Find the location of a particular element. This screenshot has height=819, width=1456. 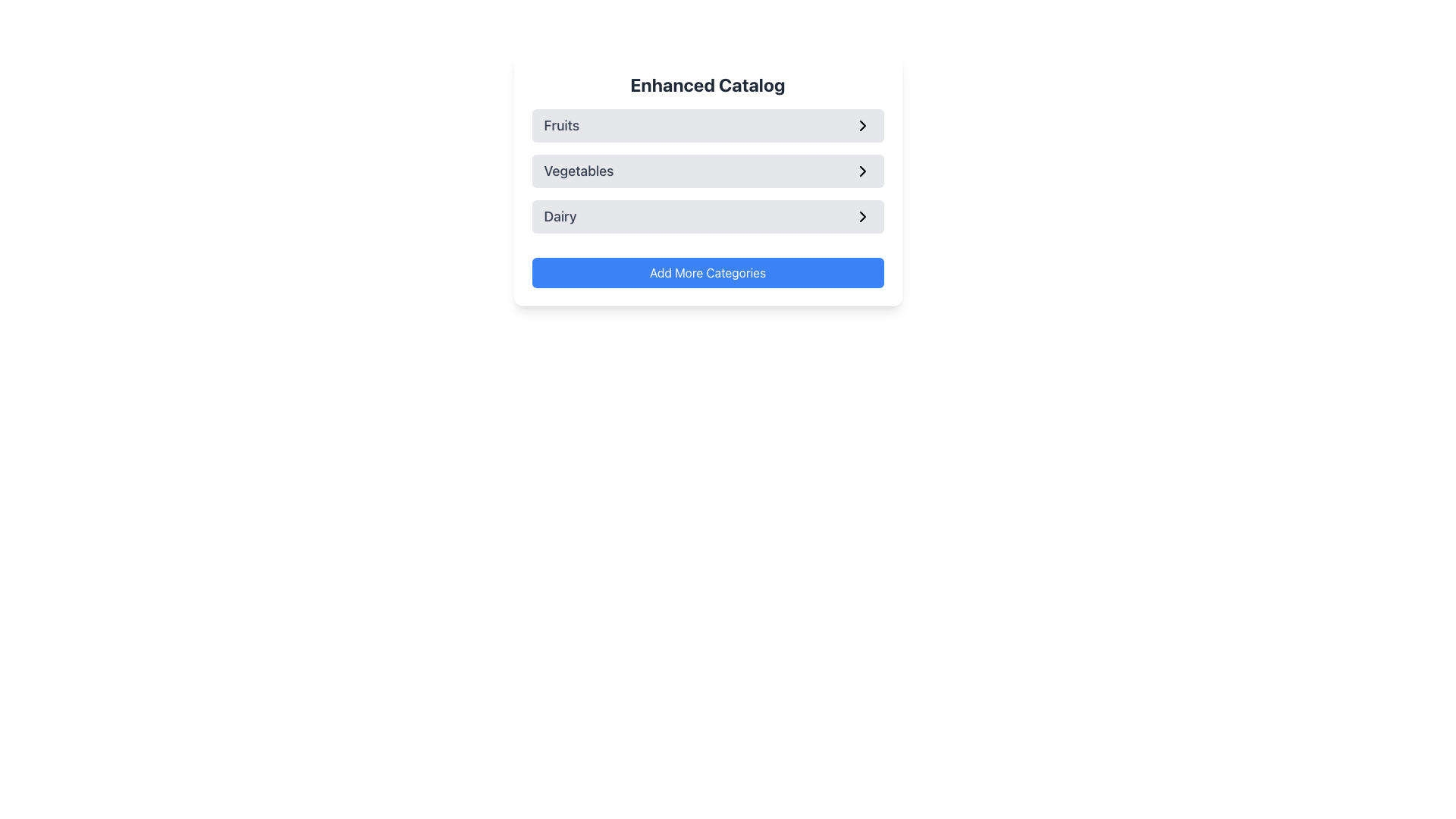

the button that allows users to add new categories to the existing list, located below the labeled rows 'Fruits', 'Vegetables', and 'Dairy' is located at coordinates (707, 271).